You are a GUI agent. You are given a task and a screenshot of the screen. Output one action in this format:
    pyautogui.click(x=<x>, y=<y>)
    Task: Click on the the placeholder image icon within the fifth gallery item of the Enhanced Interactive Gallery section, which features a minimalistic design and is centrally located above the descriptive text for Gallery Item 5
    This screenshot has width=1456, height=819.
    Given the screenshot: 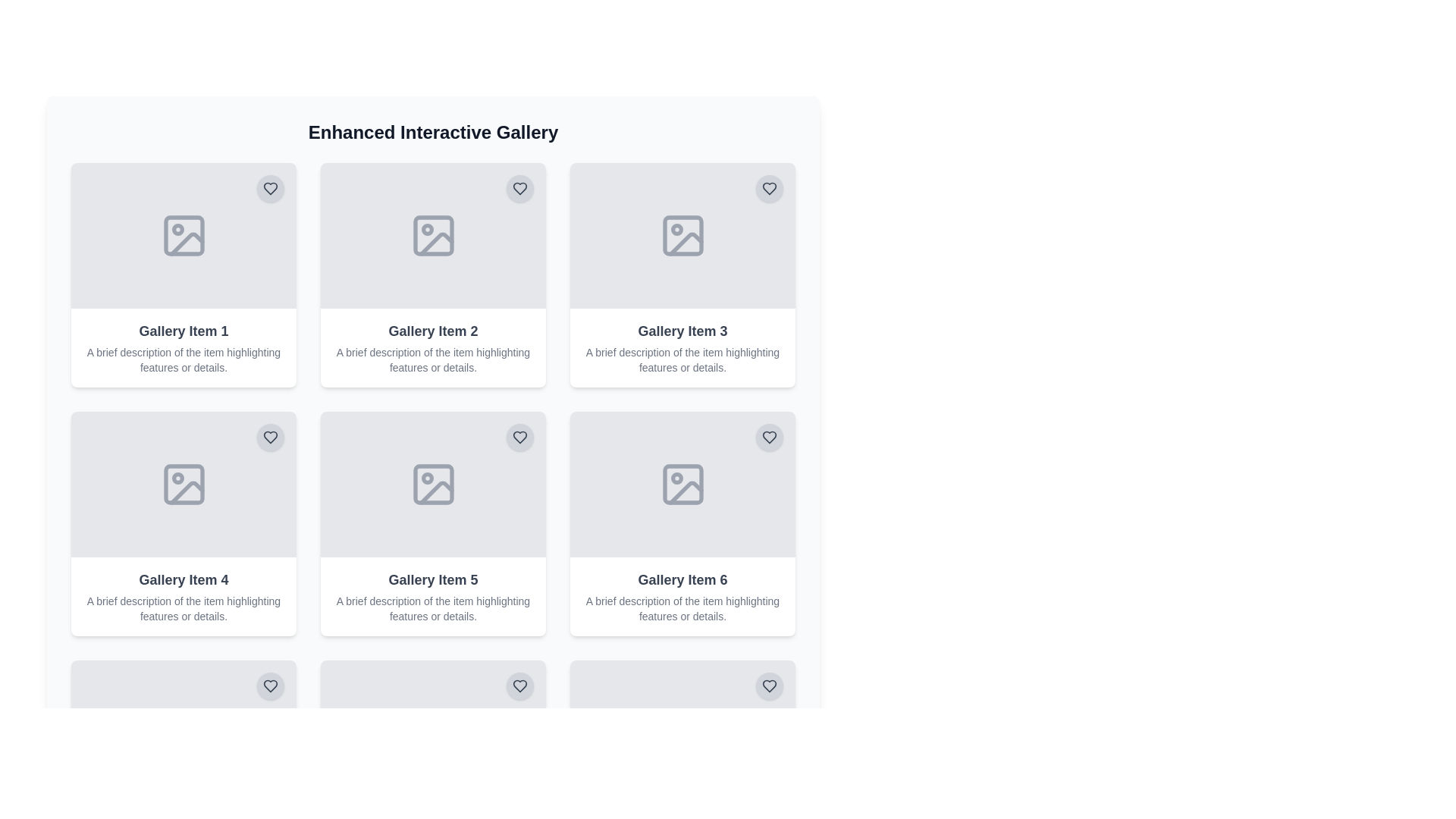 What is the action you would take?
    pyautogui.click(x=432, y=485)
    